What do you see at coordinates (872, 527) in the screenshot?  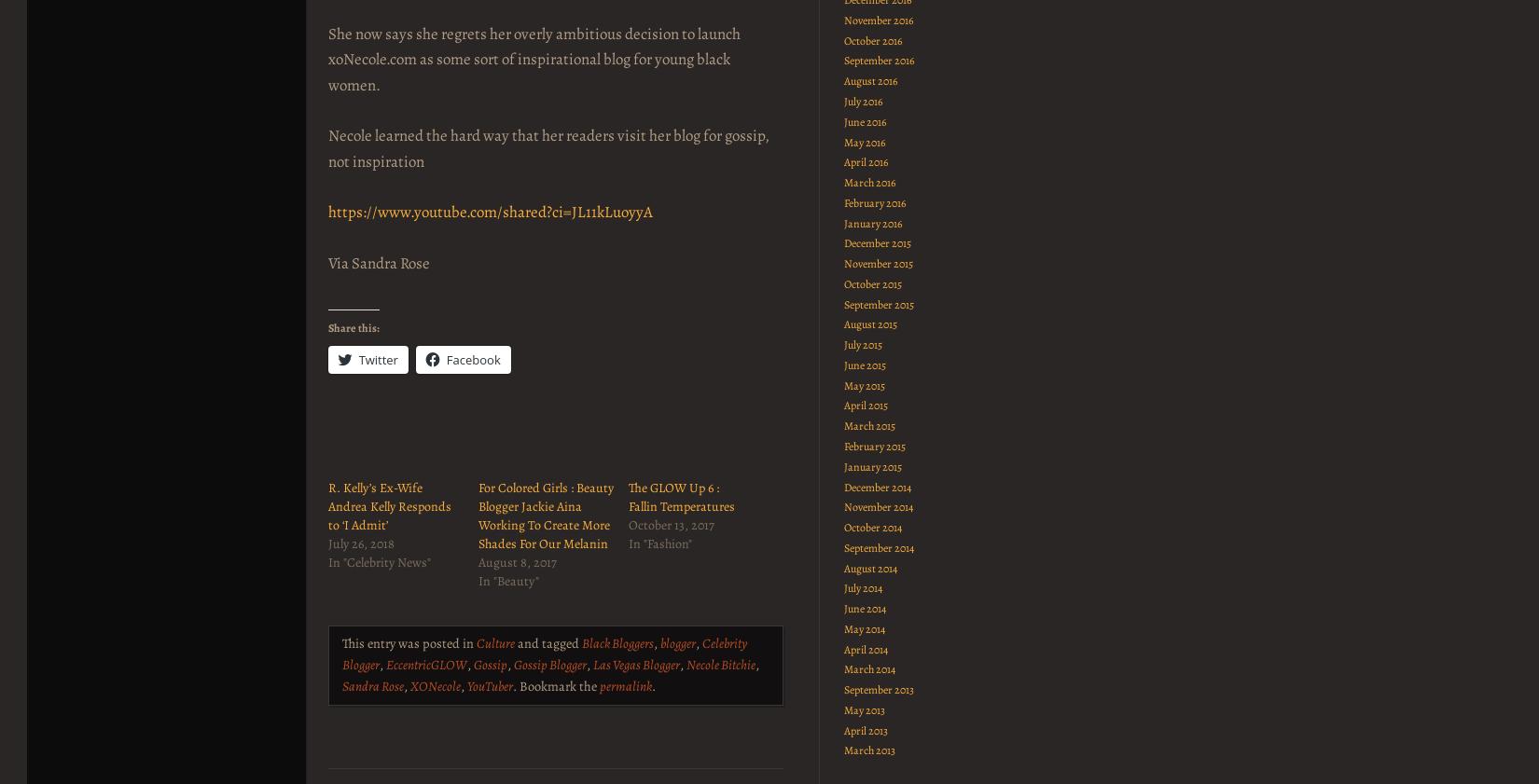 I see `'October 2014'` at bounding box center [872, 527].